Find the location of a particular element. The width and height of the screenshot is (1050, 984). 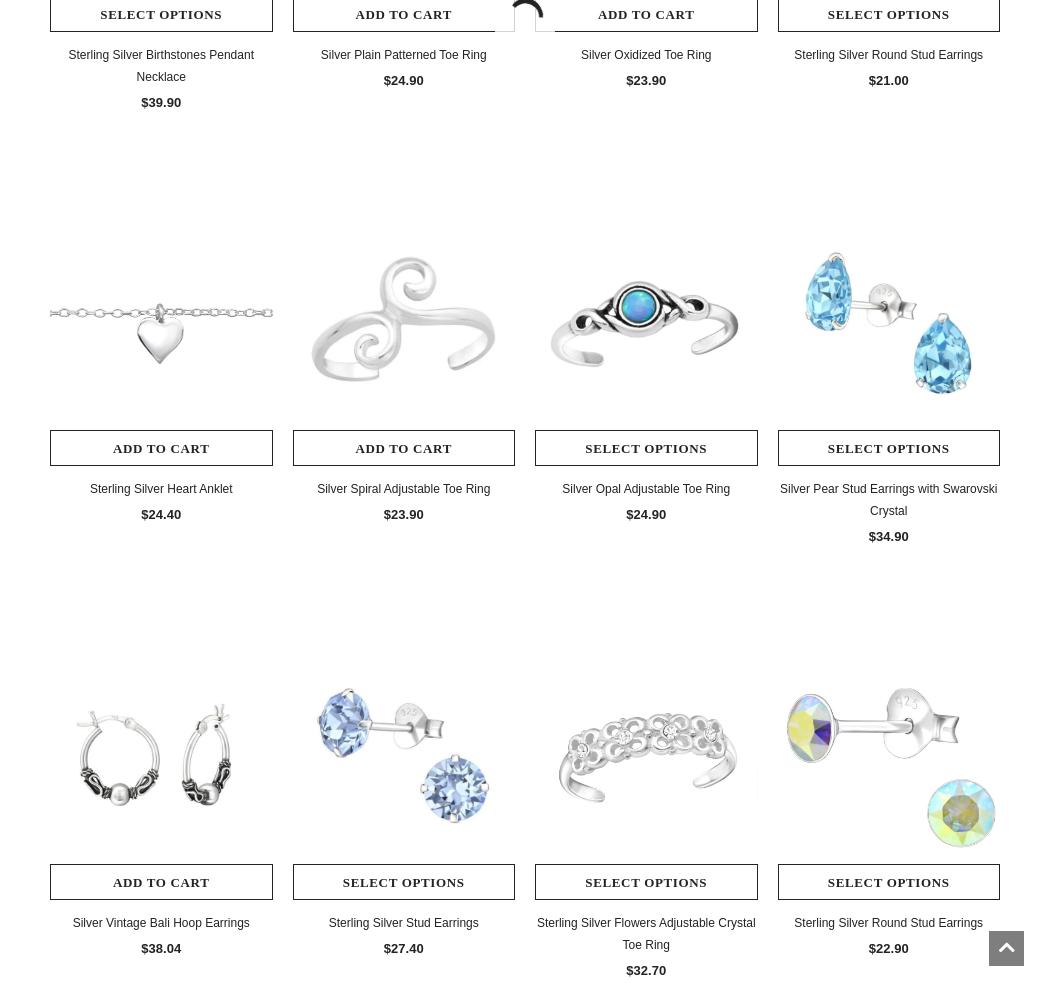

'$24.40' is located at coordinates (140, 512).